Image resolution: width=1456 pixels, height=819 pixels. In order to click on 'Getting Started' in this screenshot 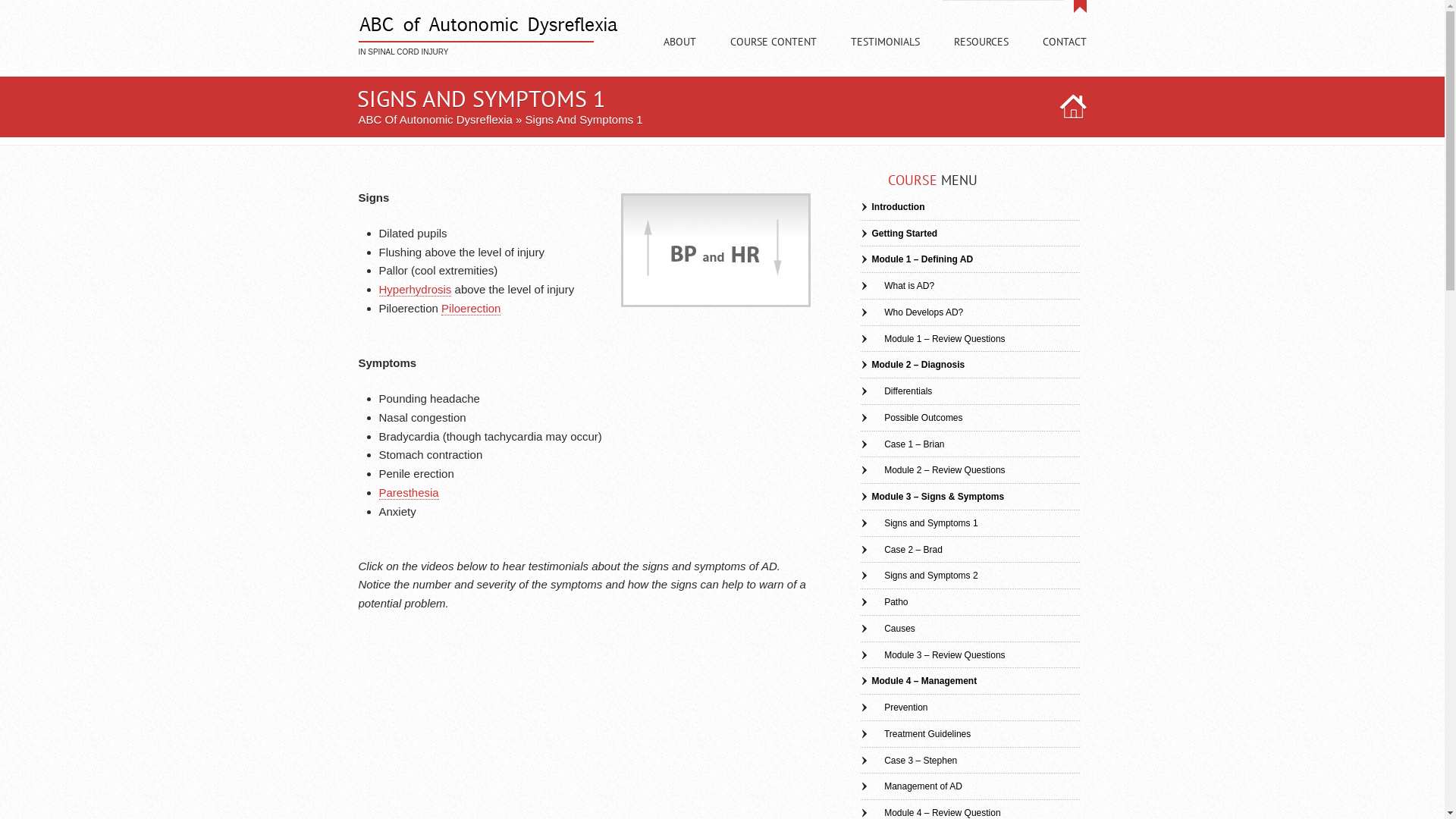, I will do `click(899, 234)`.